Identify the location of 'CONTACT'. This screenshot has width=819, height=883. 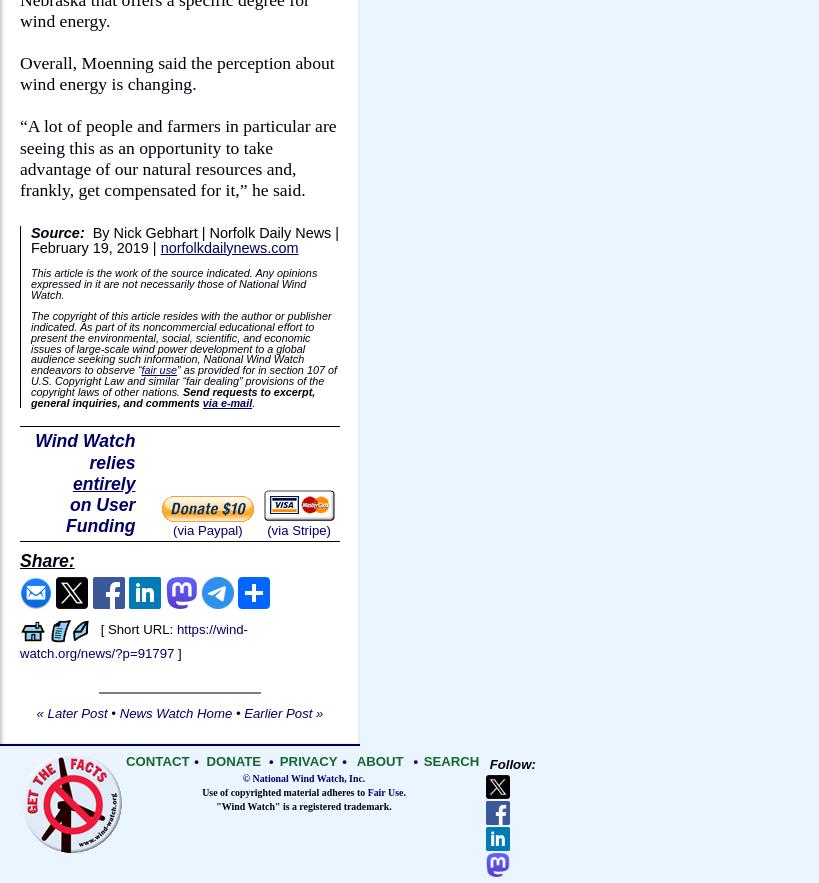
(156, 761).